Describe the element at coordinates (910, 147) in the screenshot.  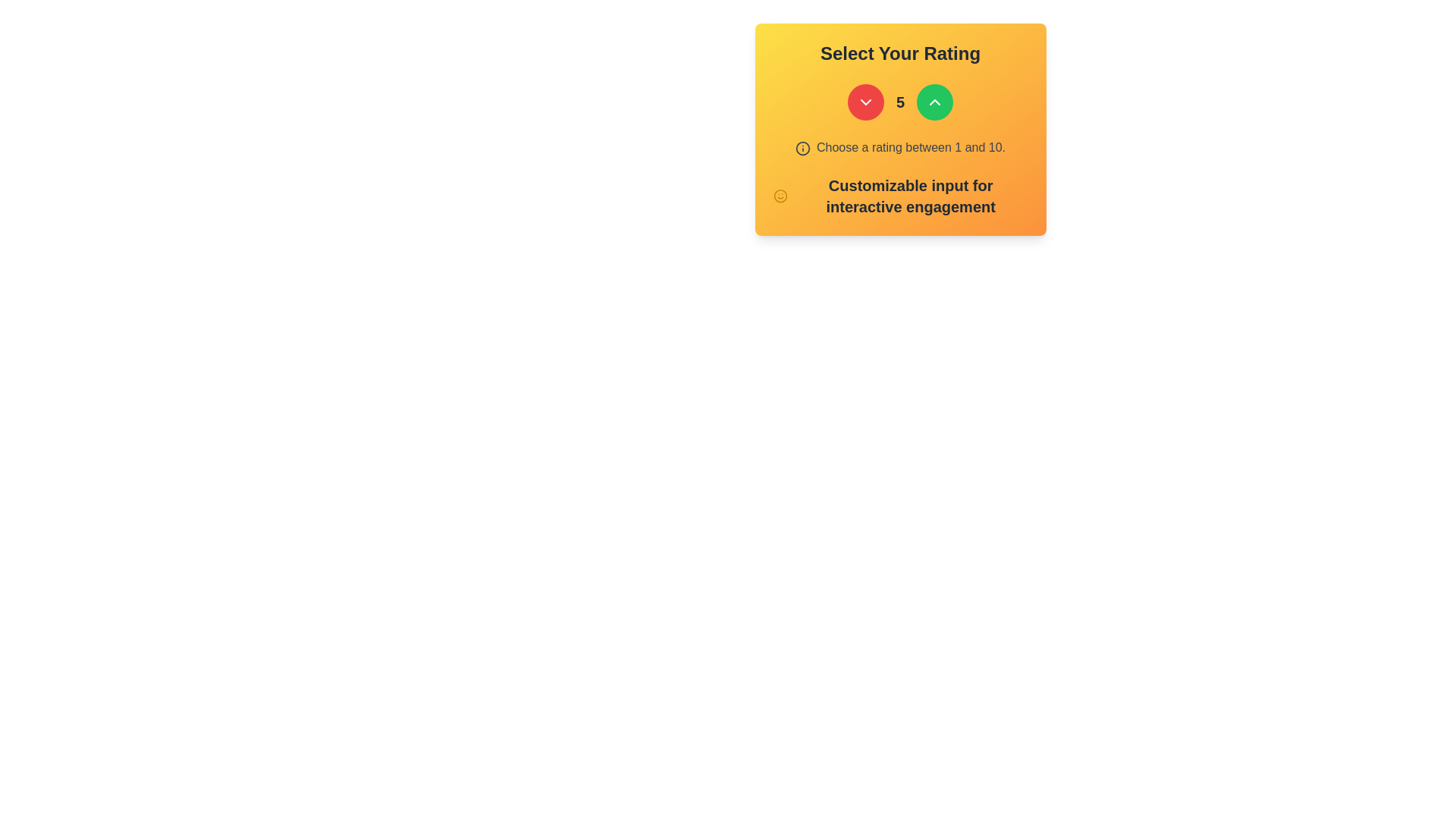
I see `the text label that instructs 'Choose a rating between 1 and 10.' which is styled with a gray font on an orange background` at that location.